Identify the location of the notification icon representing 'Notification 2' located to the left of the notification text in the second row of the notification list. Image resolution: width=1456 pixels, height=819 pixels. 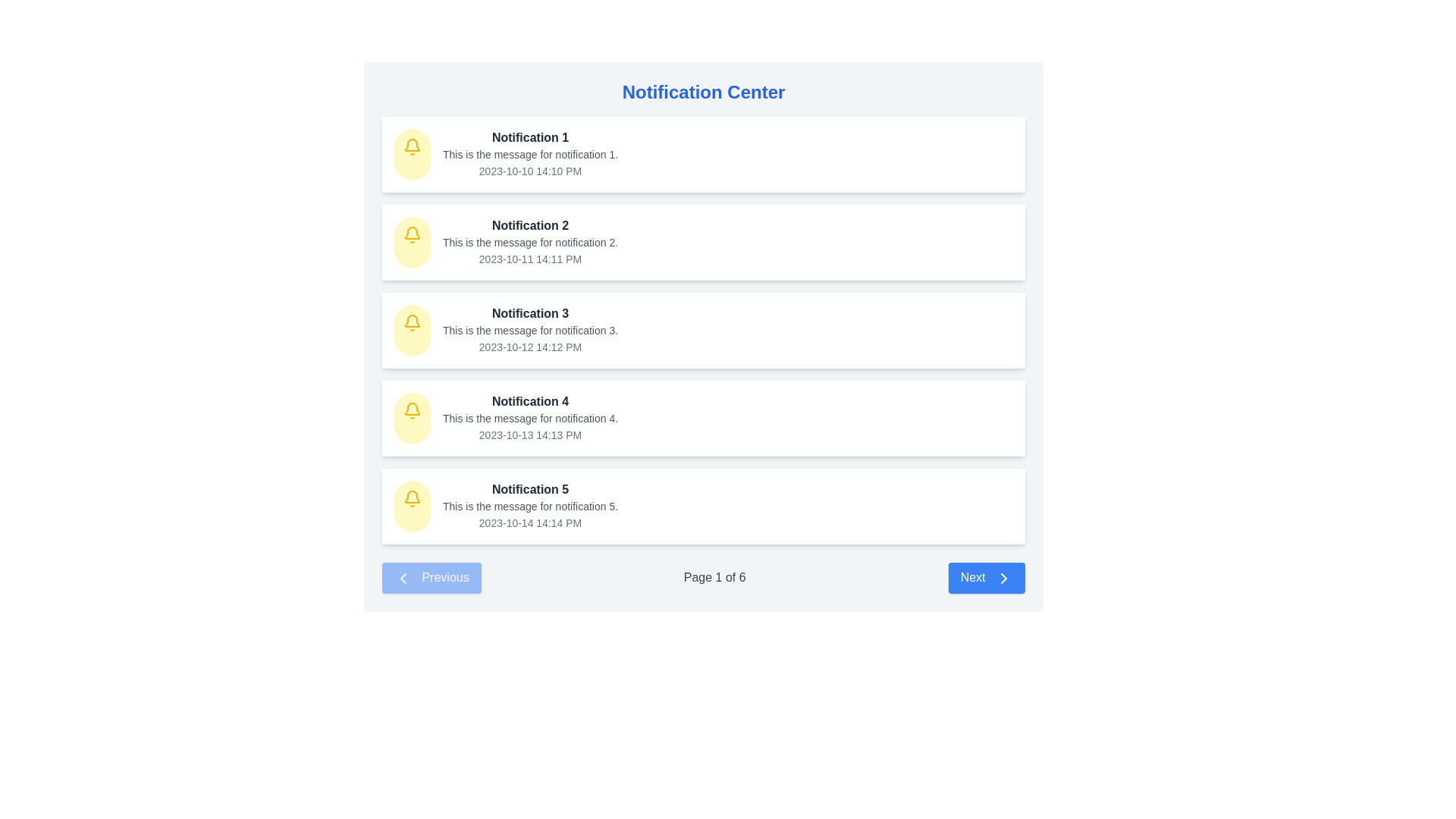
(412, 234).